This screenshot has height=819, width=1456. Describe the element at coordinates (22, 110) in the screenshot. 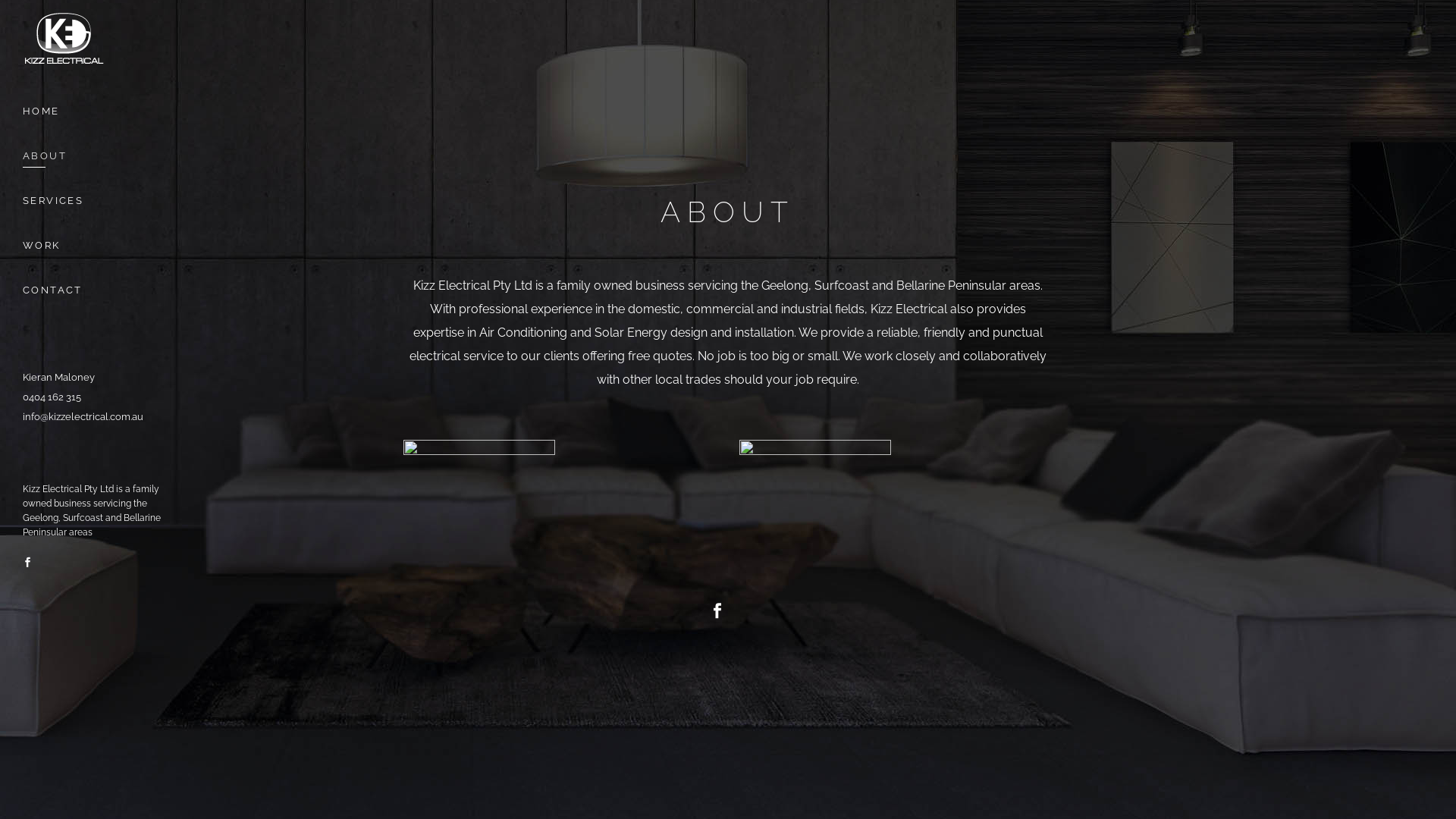

I see `'HOME'` at that location.